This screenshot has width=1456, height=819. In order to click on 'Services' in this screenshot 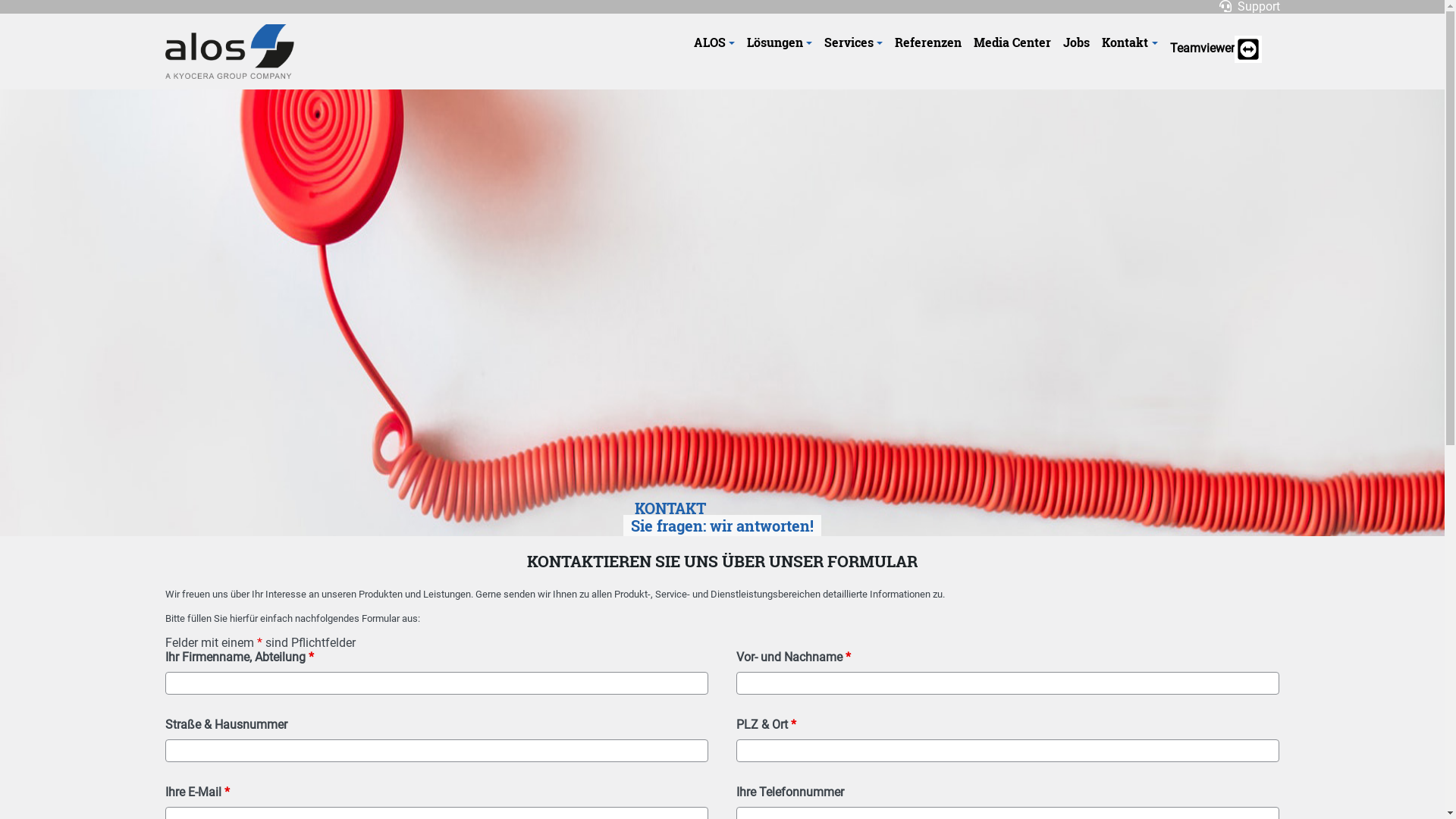, I will do `click(853, 42)`.